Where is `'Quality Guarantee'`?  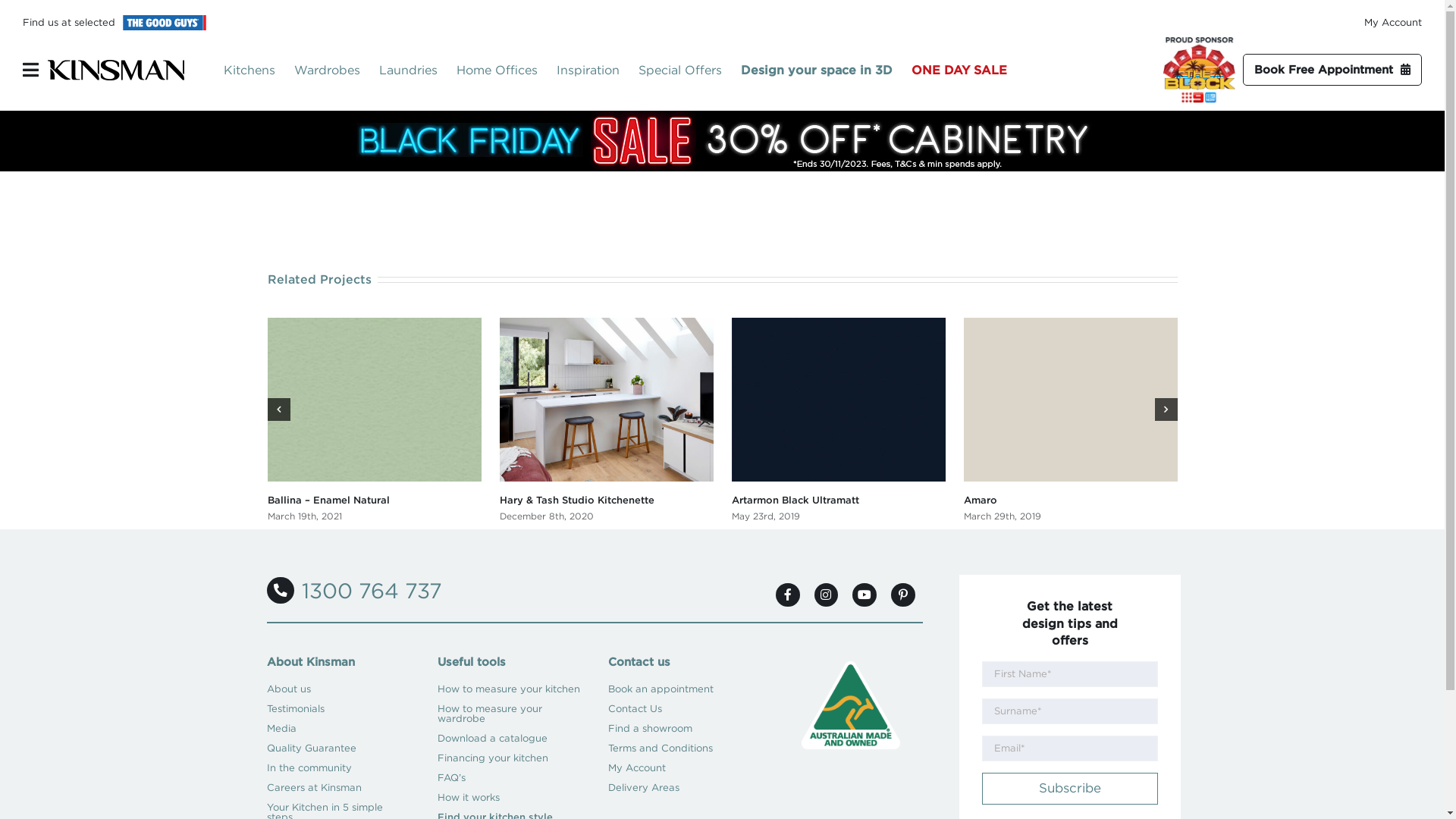
'Quality Guarantee' is located at coordinates (266, 748).